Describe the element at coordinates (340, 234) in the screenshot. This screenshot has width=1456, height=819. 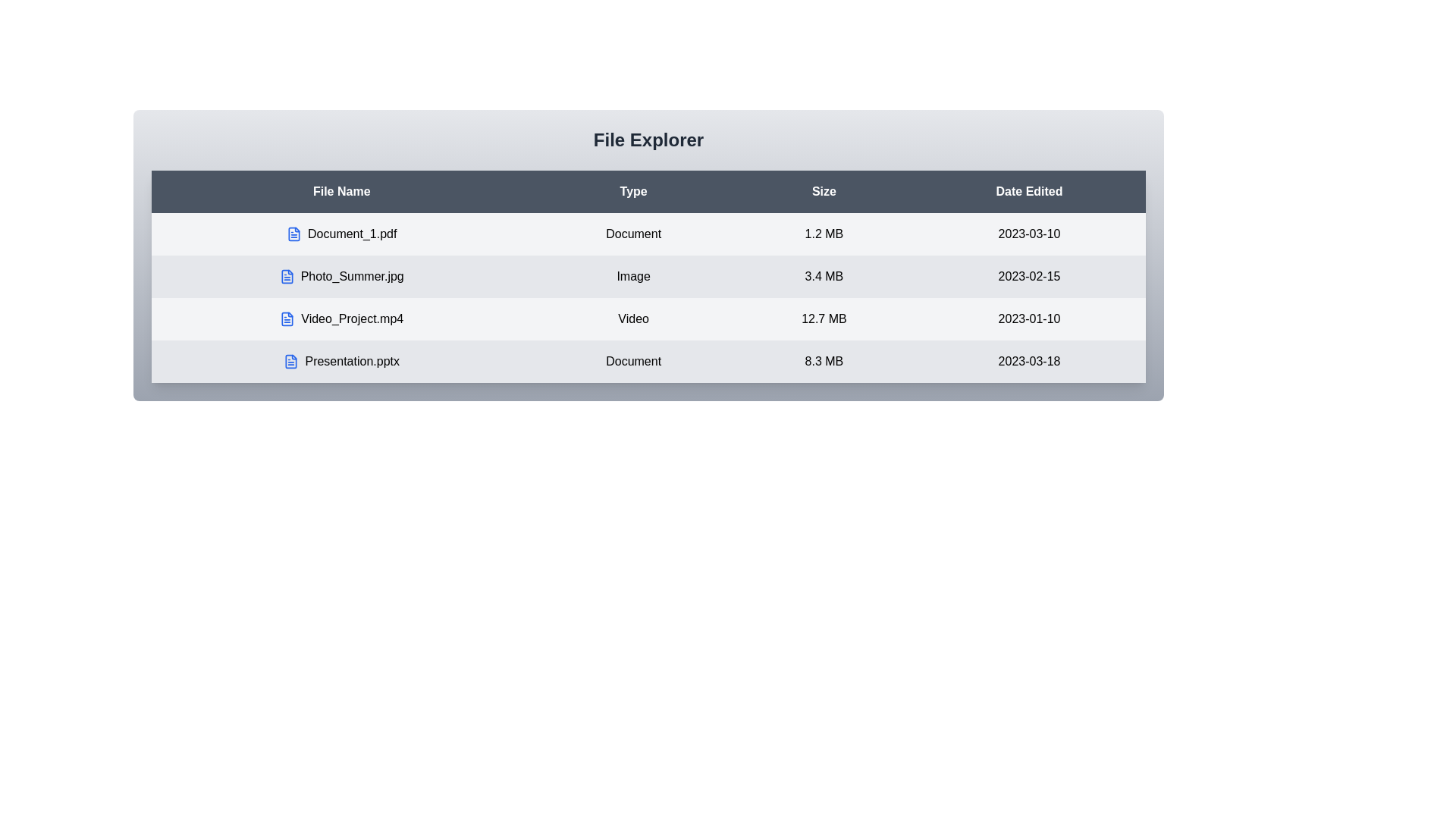
I see `the row corresponding to the file Document_1.pdf` at that location.